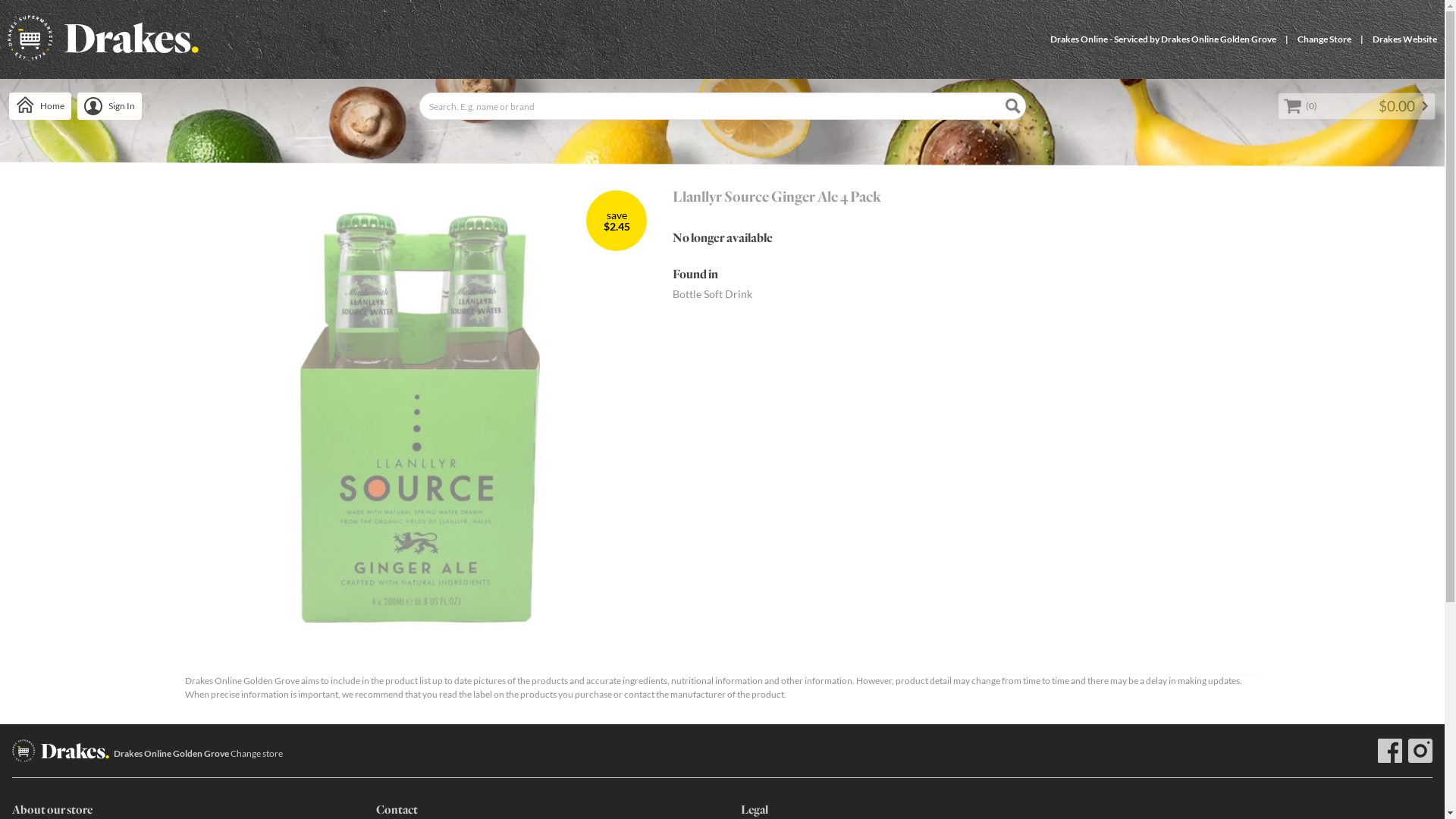 The height and width of the screenshot is (819, 1456). Describe the element at coordinates (197, 754) in the screenshot. I see `'Drakes Online Golden Grove Change store'` at that location.